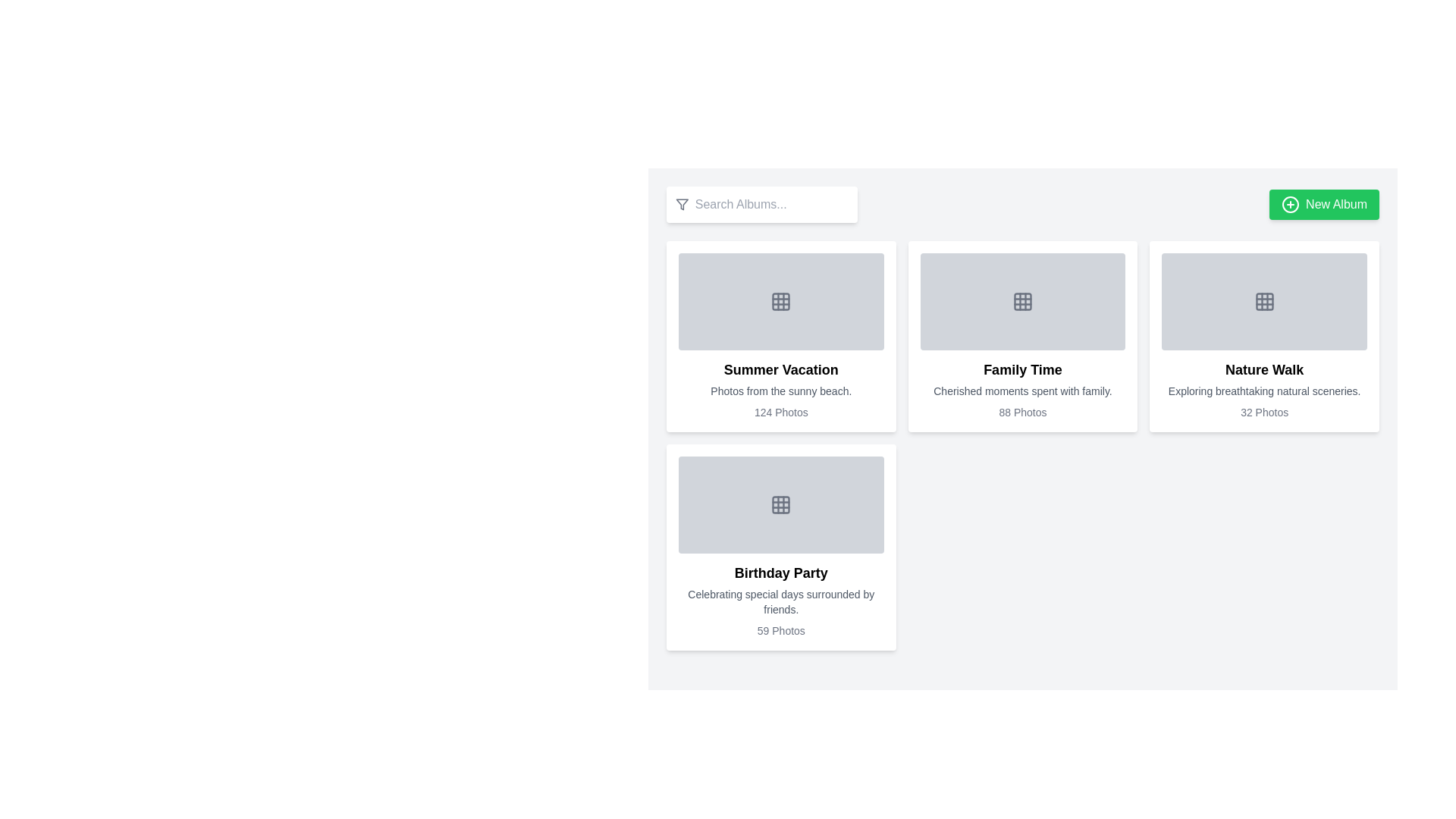  I want to click on the grid icon located in the top gray region of the 'Nature Walk' card to interact with it, so click(1264, 301).